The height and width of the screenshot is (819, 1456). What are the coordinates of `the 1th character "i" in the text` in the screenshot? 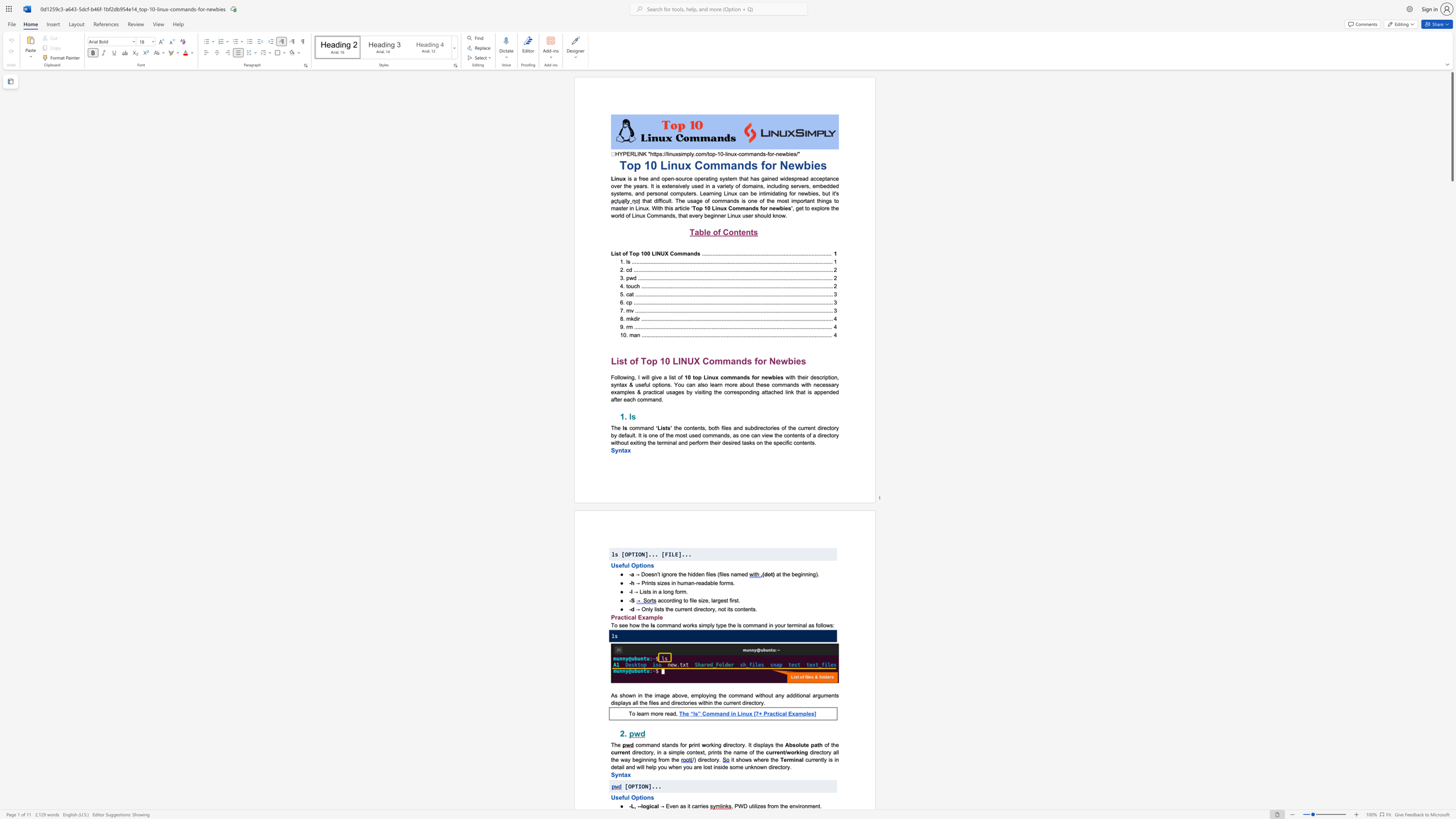 It's located at (732, 759).